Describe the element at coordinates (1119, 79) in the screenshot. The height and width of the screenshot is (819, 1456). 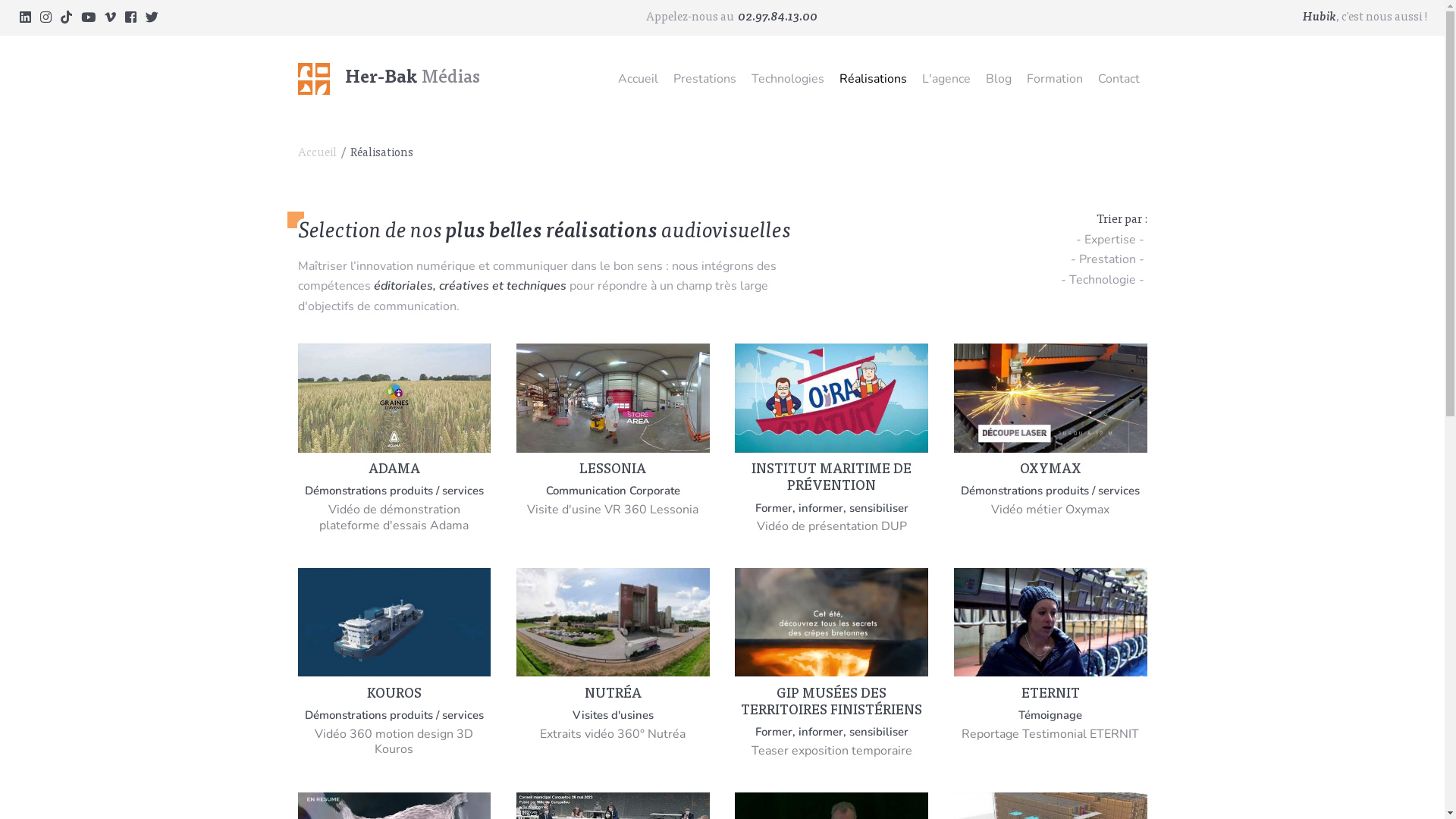
I see `'Contact'` at that location.